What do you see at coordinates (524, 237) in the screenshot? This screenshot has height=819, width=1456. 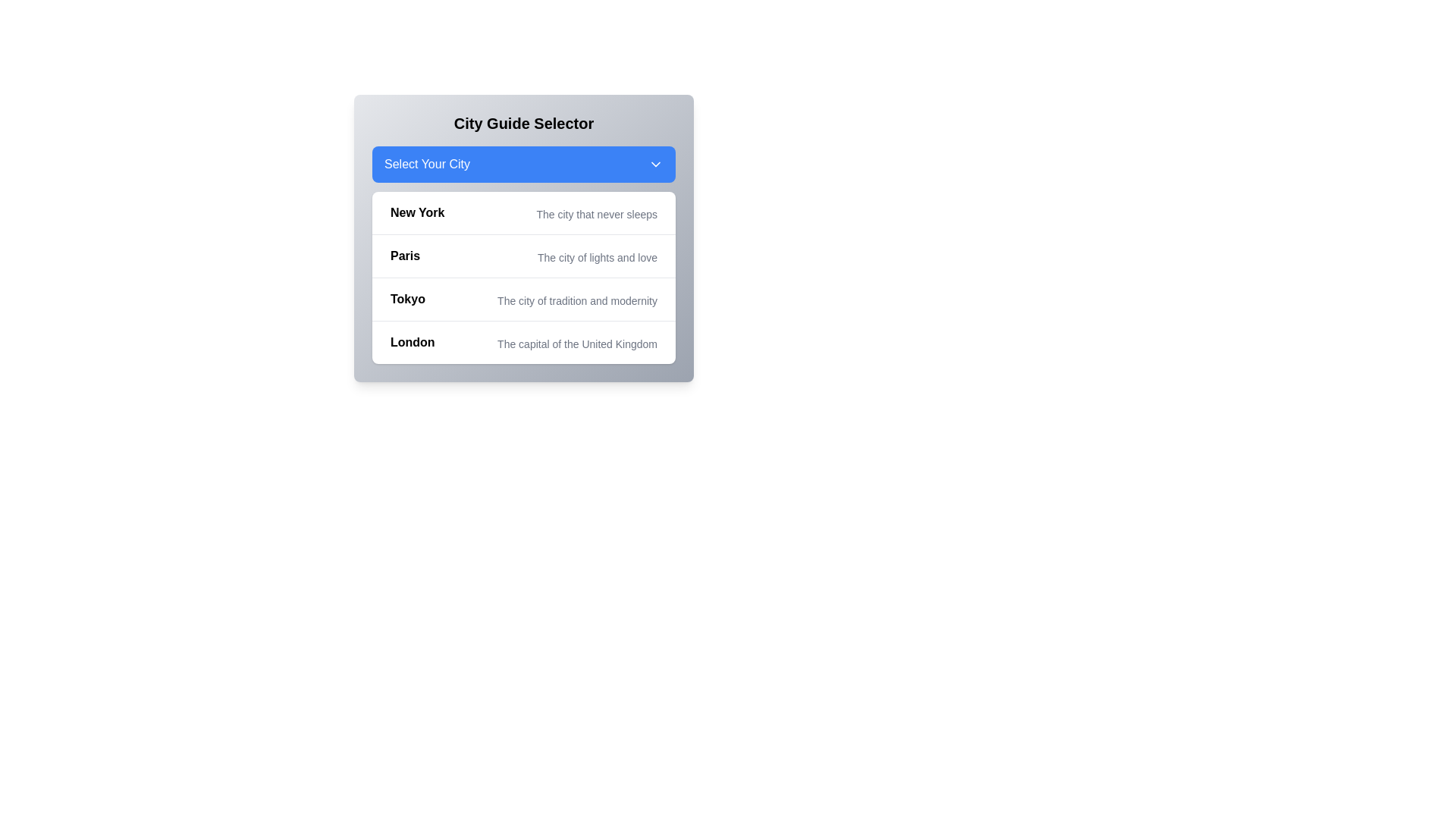 I see `the city name in the dropdown menu to trigger a visual effect` at bounding box center [524, 237].